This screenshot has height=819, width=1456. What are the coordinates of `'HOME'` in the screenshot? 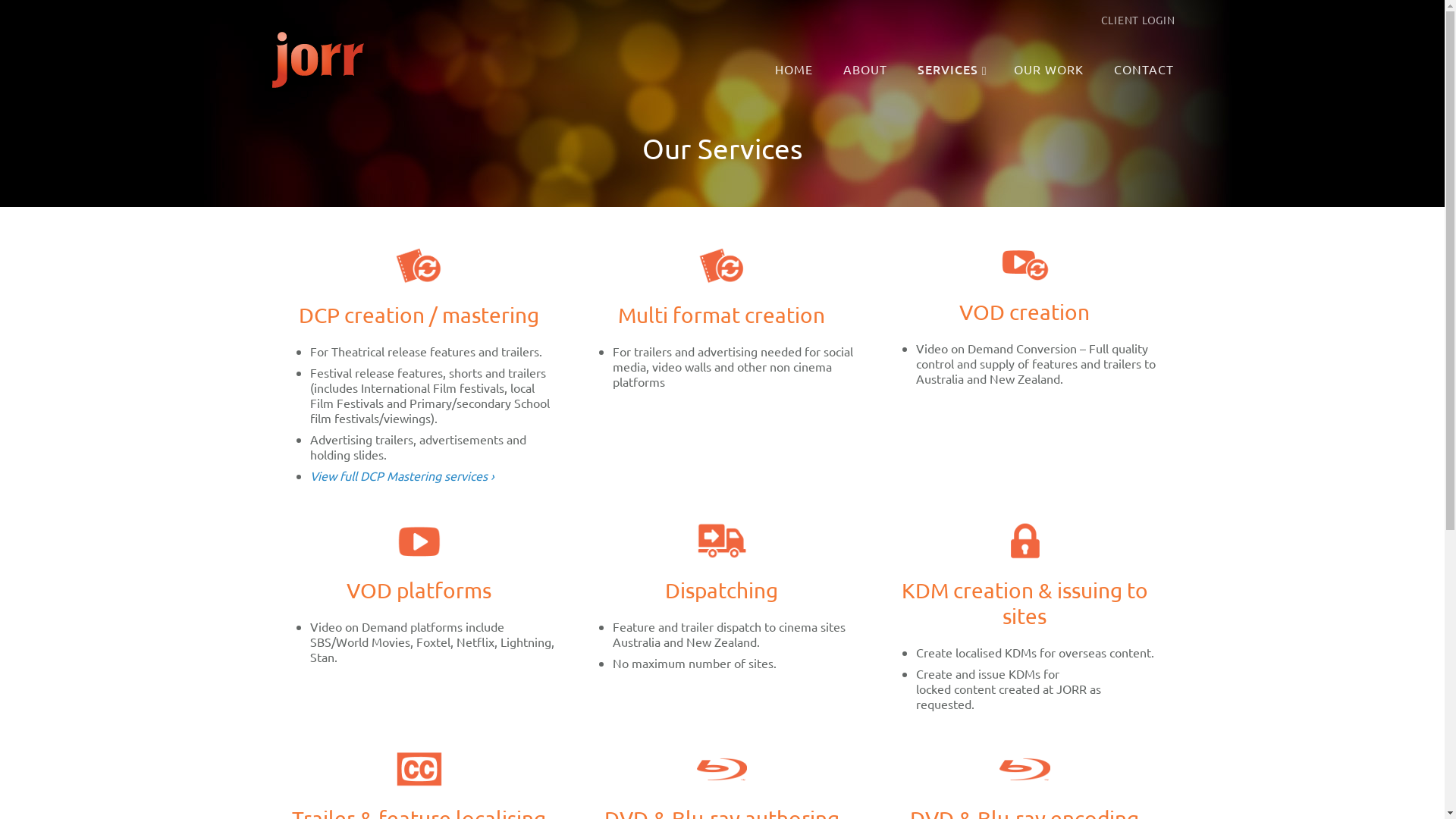 It's located at (795, 70).